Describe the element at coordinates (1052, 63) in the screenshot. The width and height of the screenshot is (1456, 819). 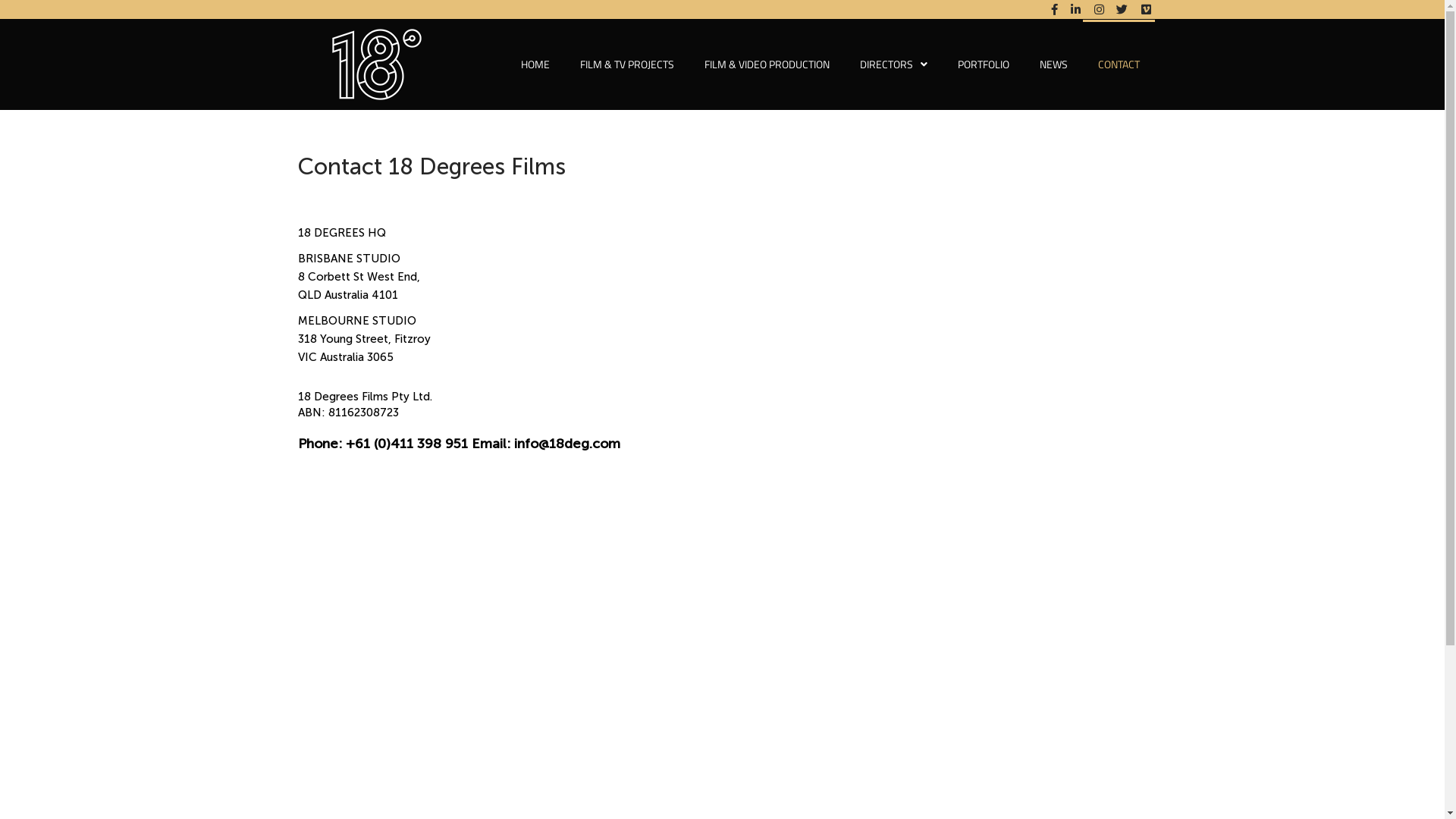
I see `'NEWS'` at that location.